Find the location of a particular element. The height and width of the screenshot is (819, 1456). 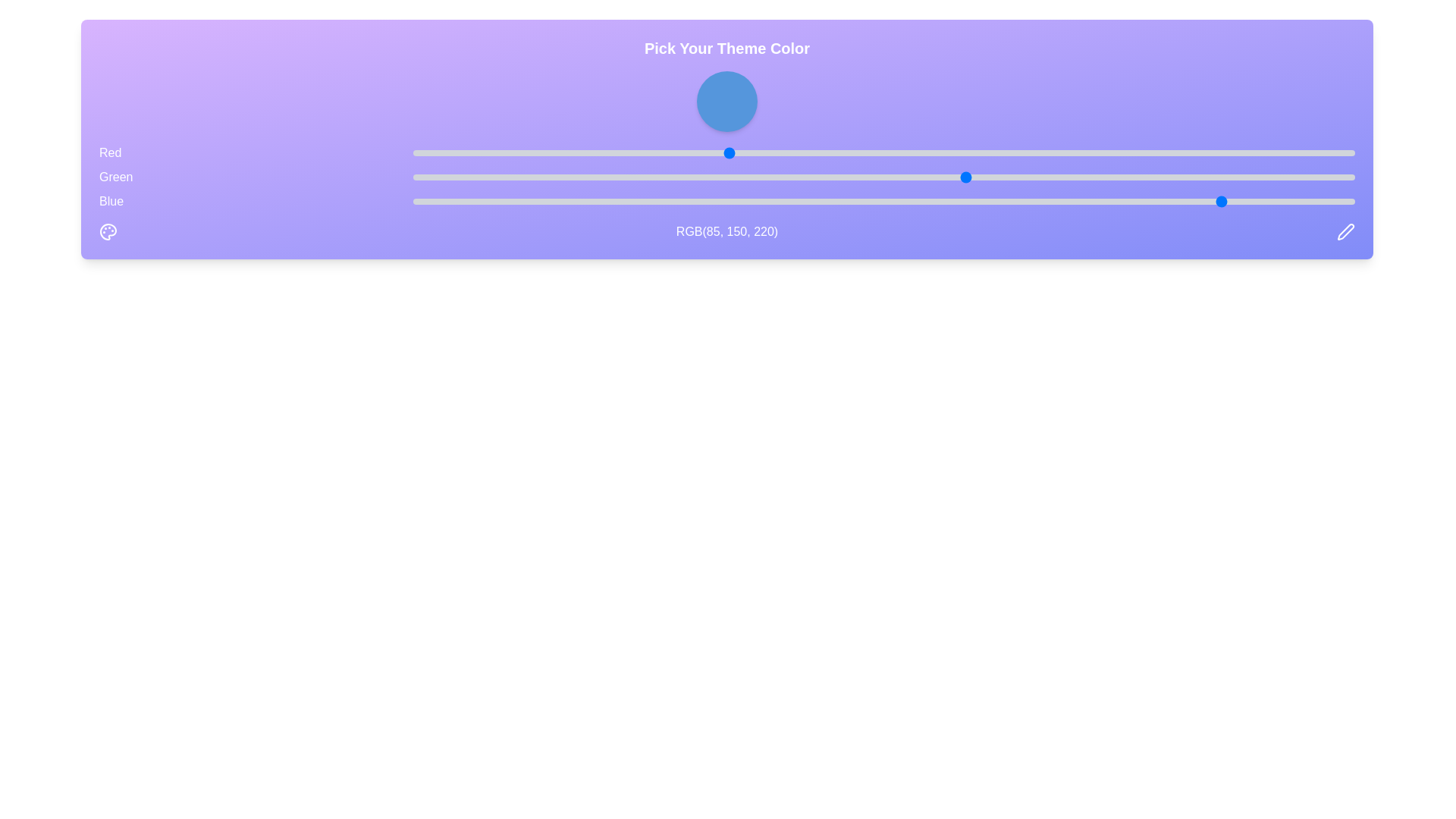

the slider's value is located at coordinates (1004, 152).